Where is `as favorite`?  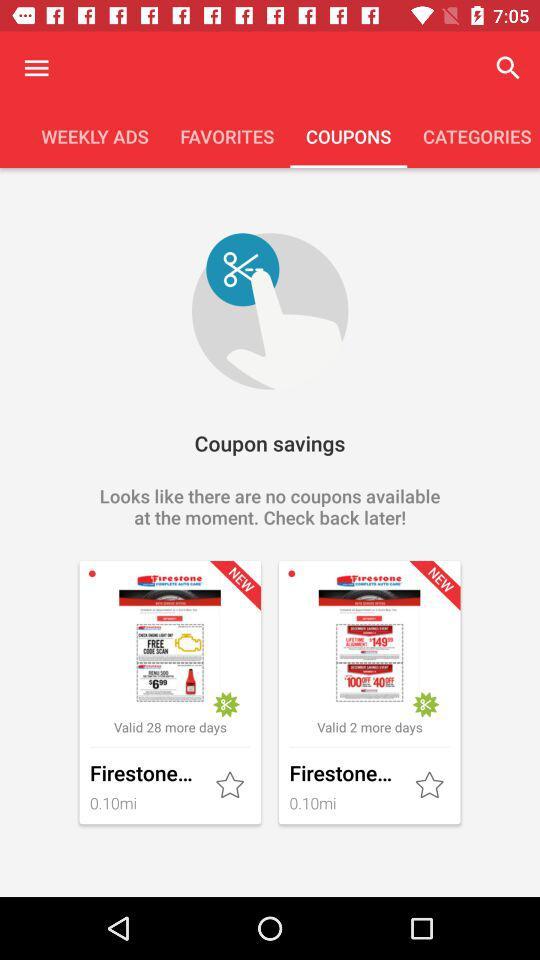 as favorite is located at coordinates (231, 786).